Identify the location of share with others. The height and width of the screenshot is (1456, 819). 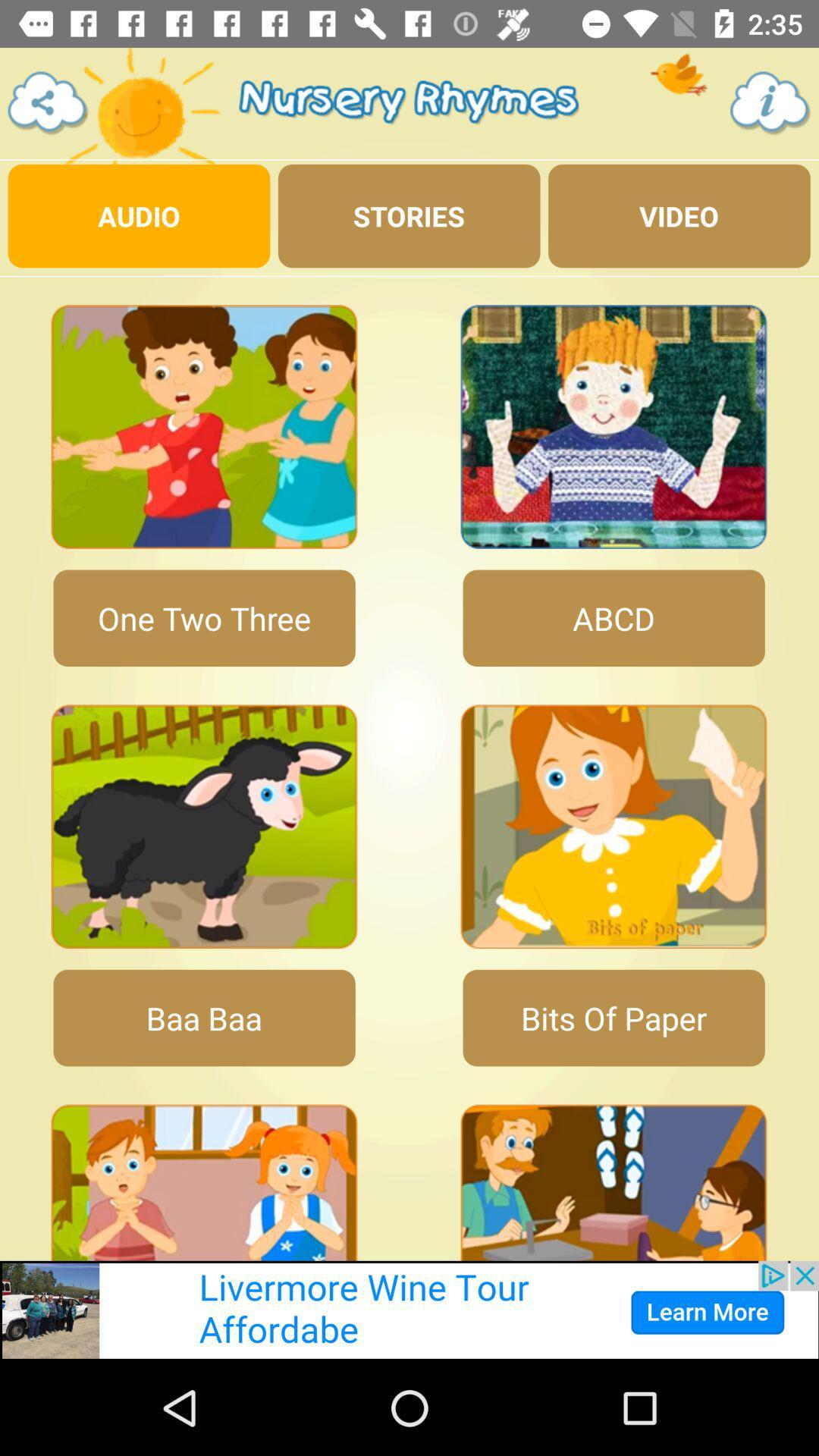
(47, 102).